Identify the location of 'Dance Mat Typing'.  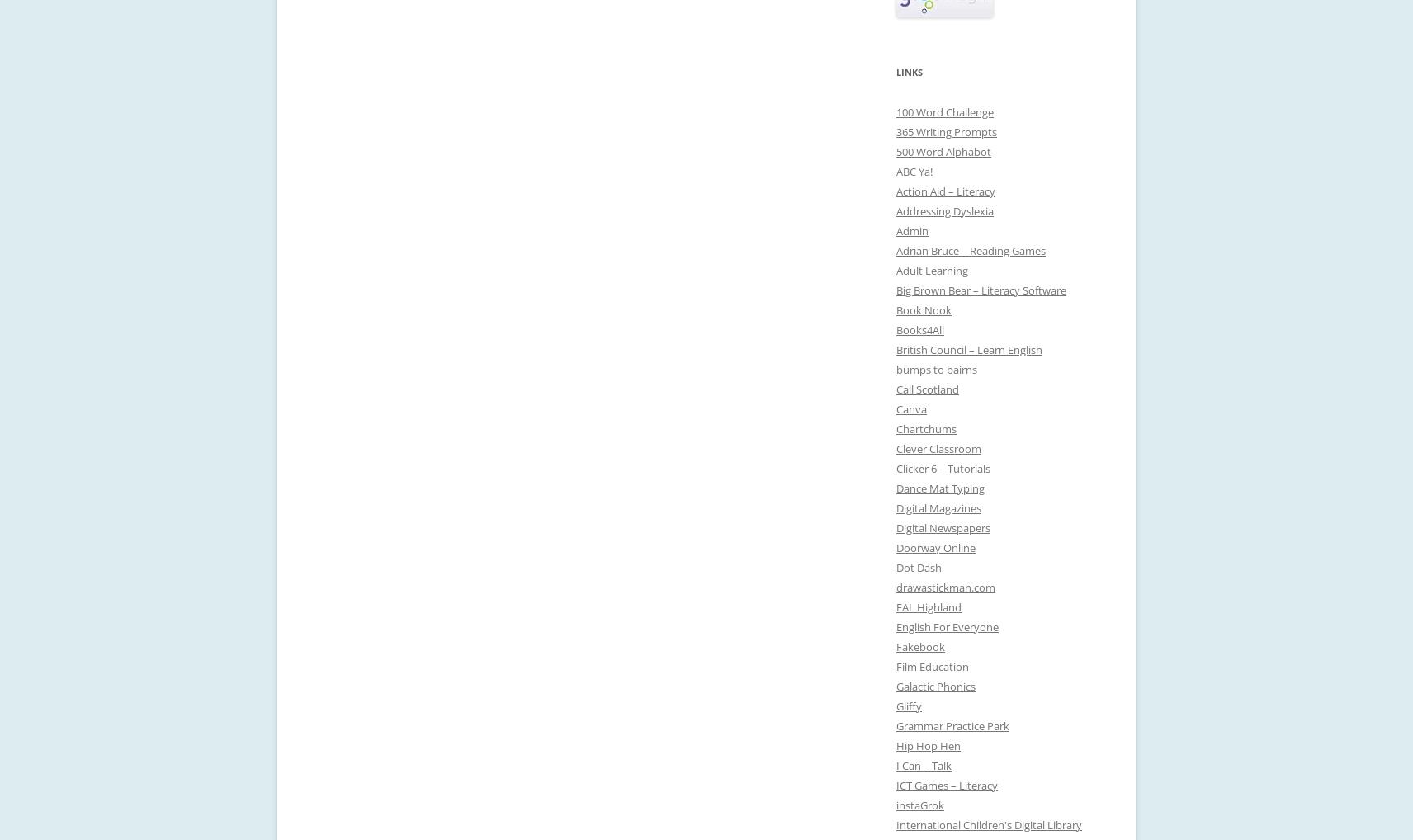
(940, 488).